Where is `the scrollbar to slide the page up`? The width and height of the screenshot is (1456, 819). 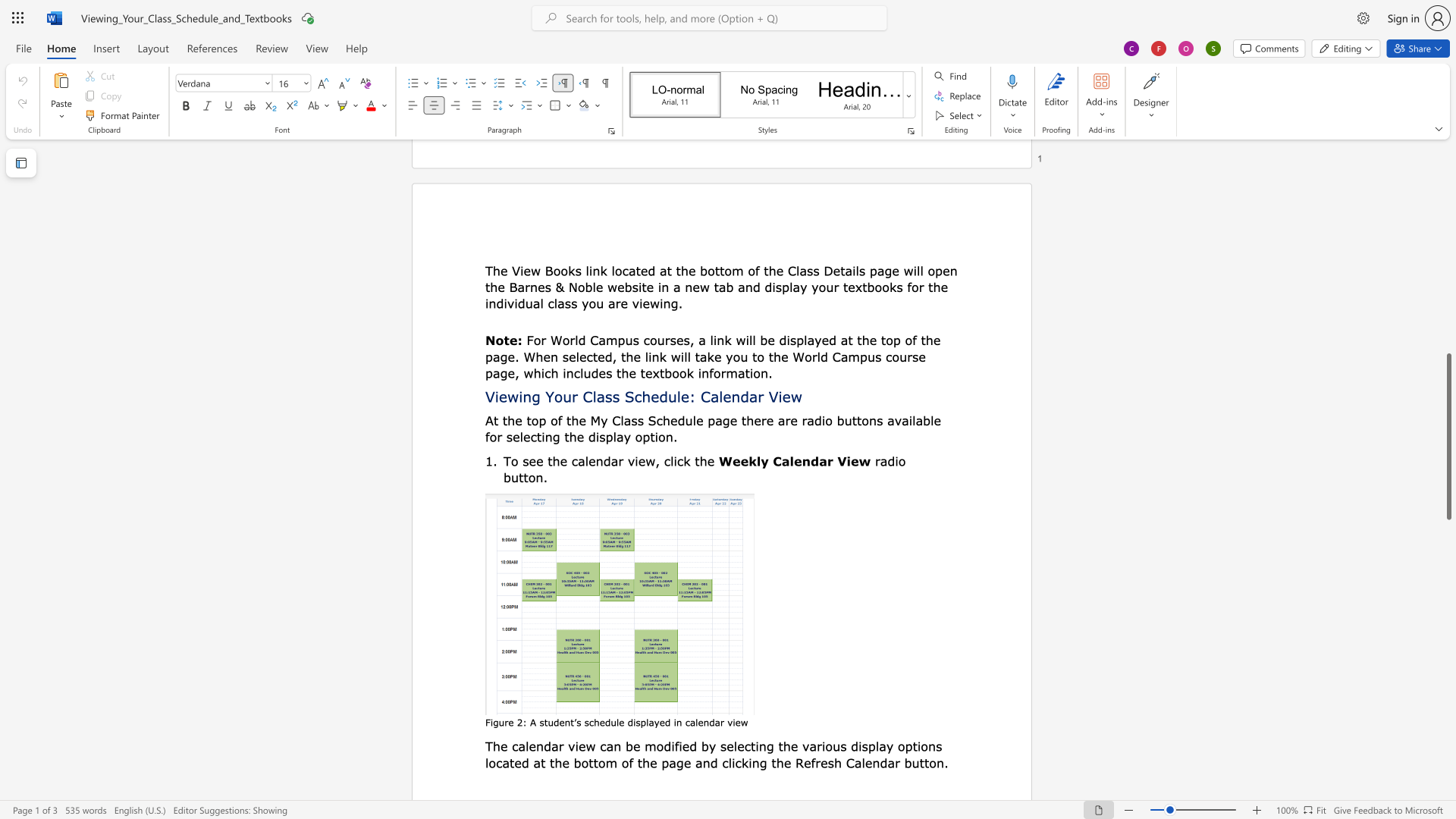
the scrollbar to slide the page up is located at coordinates (1448, 227).